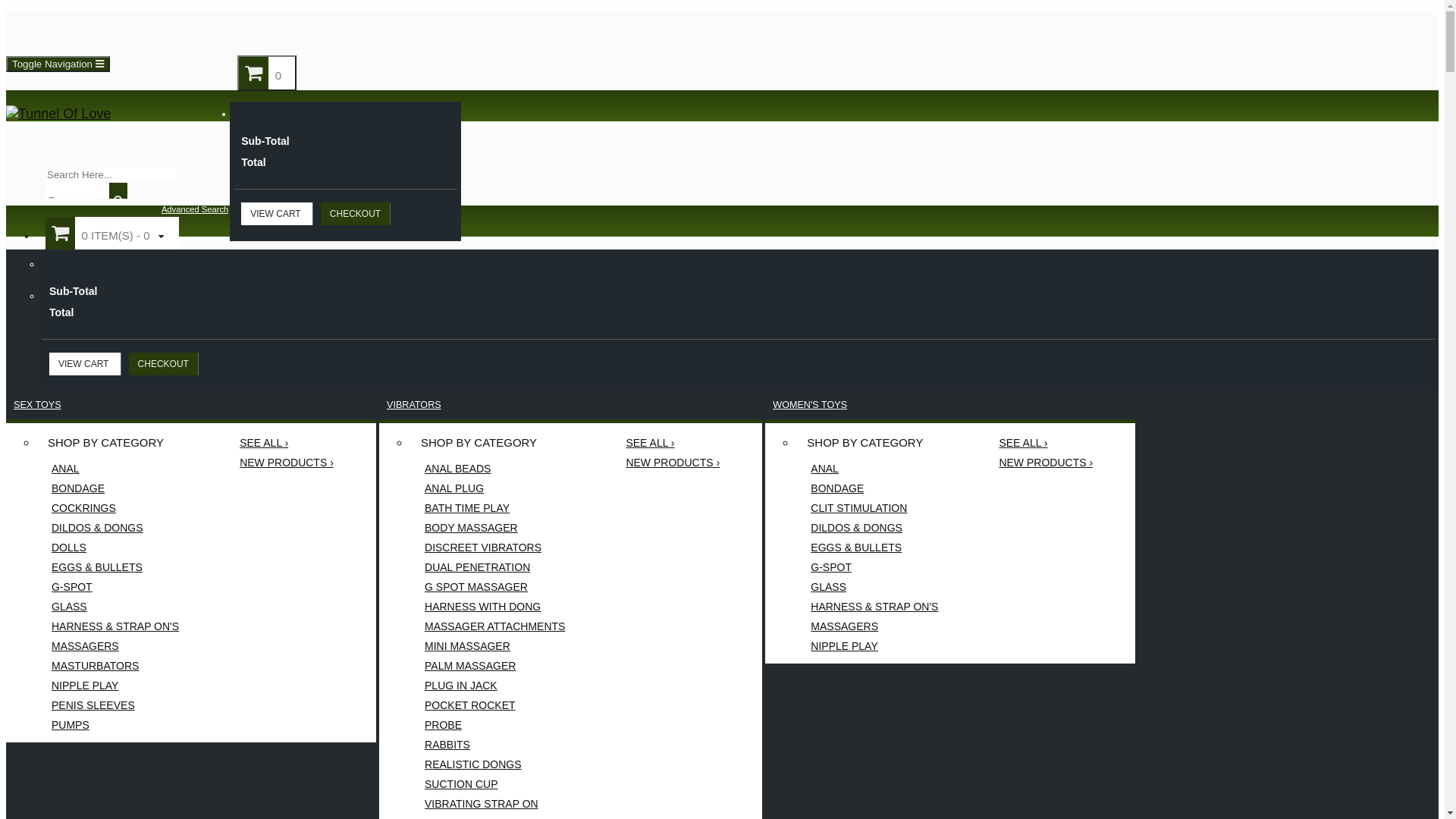 This screenshot has height=819, width=1456. I want to click on 'SEX TOYS', so click(37, 403).